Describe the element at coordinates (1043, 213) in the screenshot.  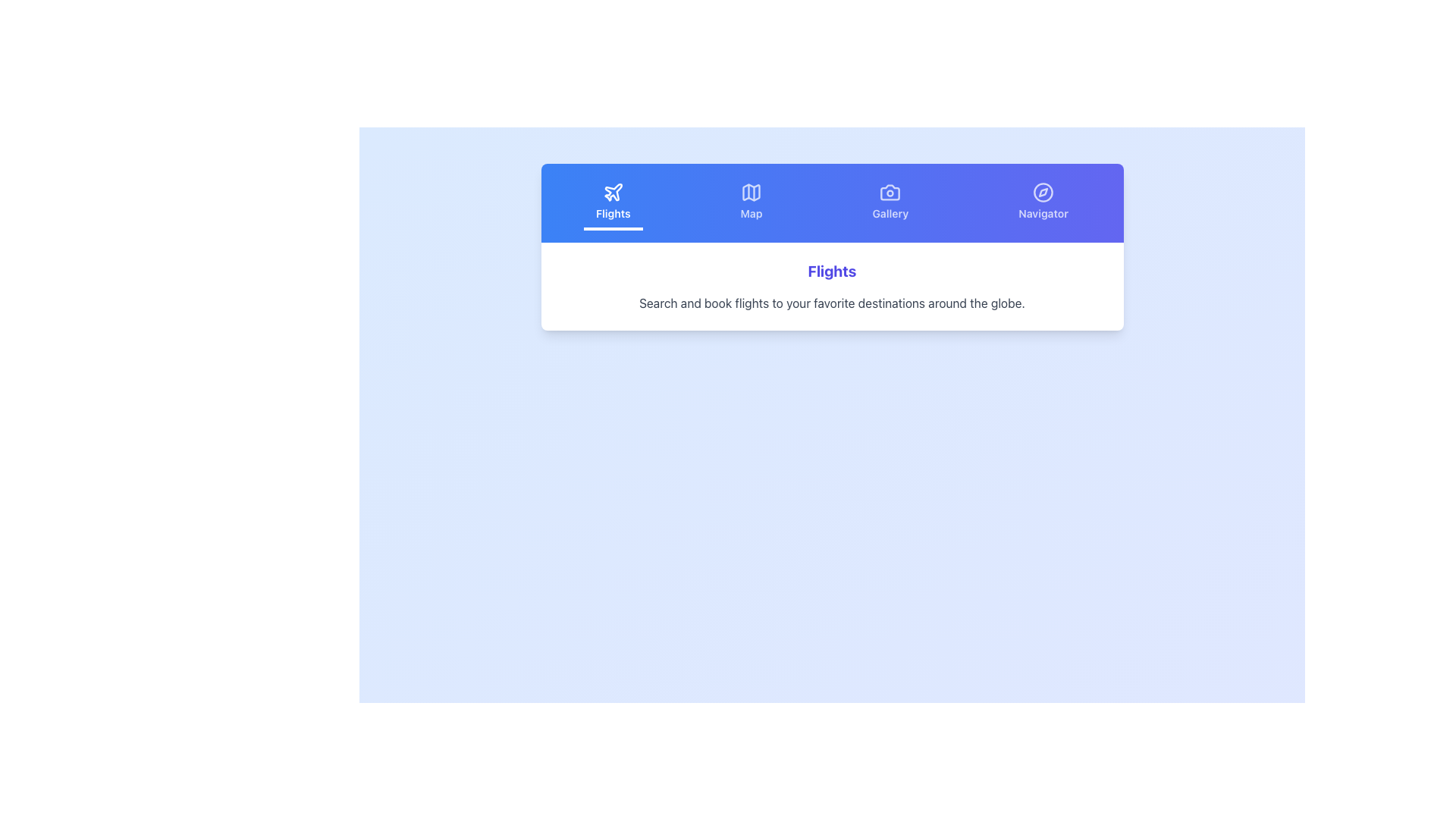
I see `the 'Navigator' text label located in the navigation menu at the top of the interface` at that location.